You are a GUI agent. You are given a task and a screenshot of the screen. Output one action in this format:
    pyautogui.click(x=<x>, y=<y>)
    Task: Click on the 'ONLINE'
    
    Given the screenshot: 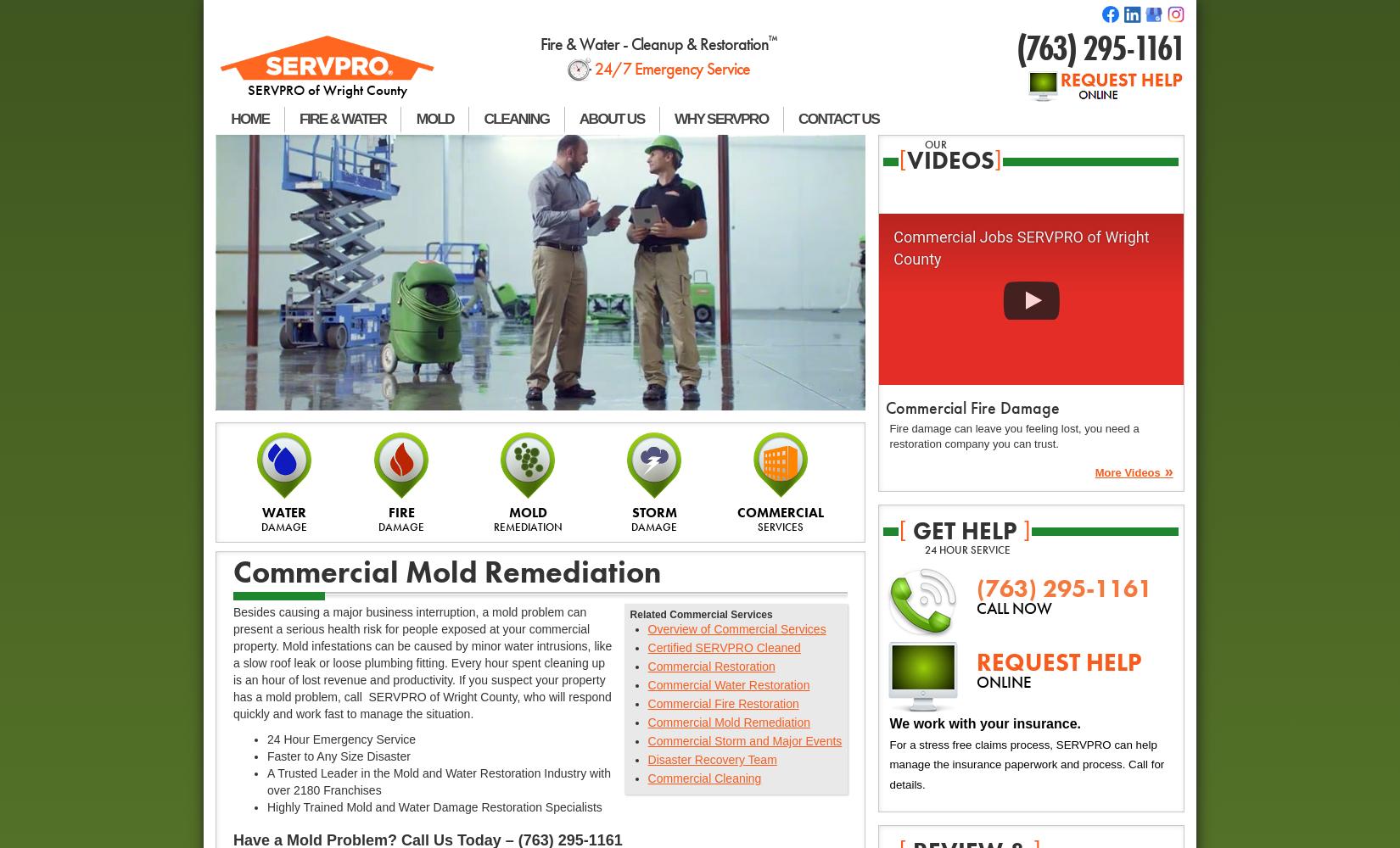 What is the action you would take?
    pyautogui.click(x=1003, y=682)
    